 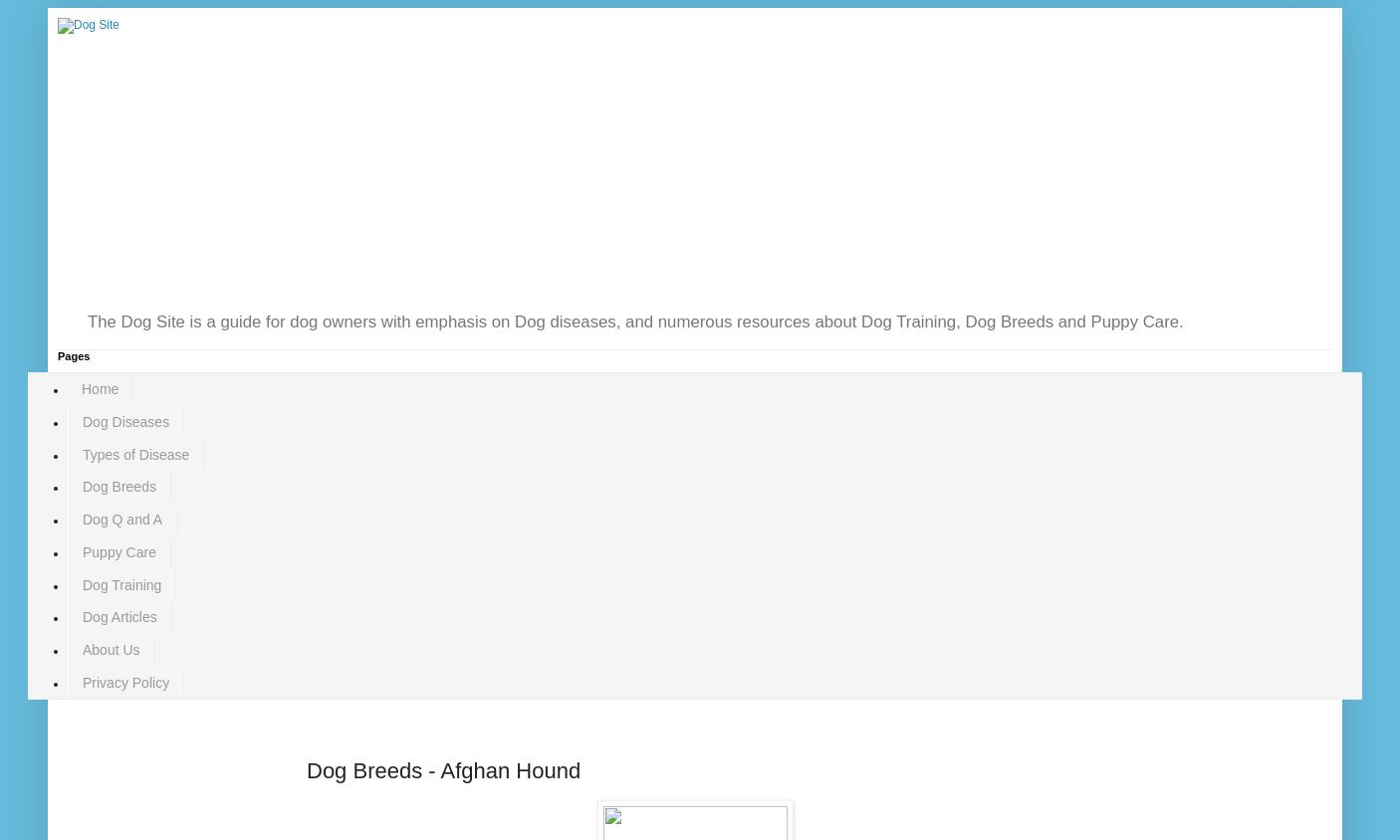 I want to click on 'Home', so click(x=80, y=388).